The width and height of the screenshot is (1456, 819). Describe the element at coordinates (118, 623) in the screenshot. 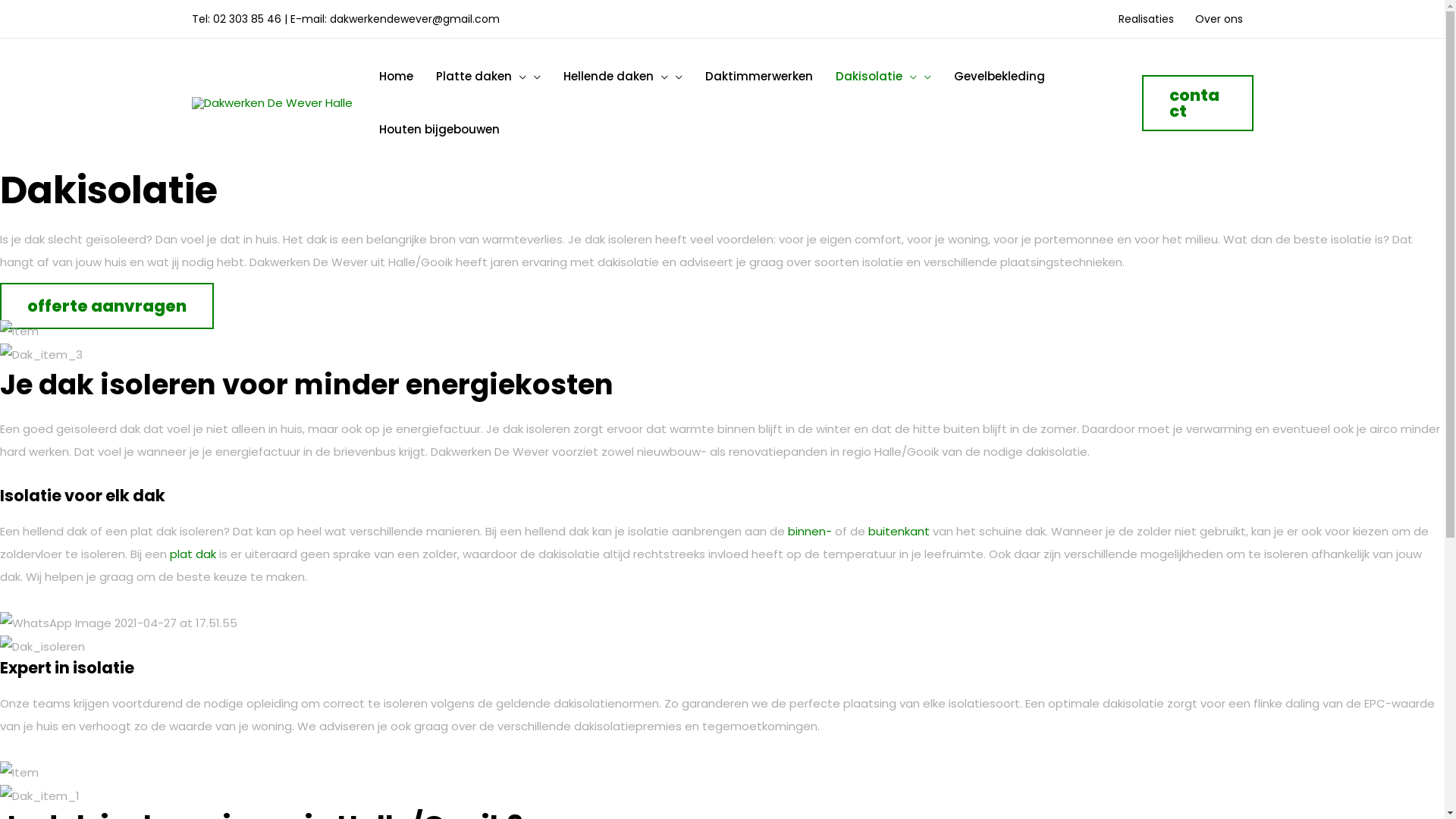

I see `'WhatsApp Image 2021-04-27 at 17.51.55'` at that location.